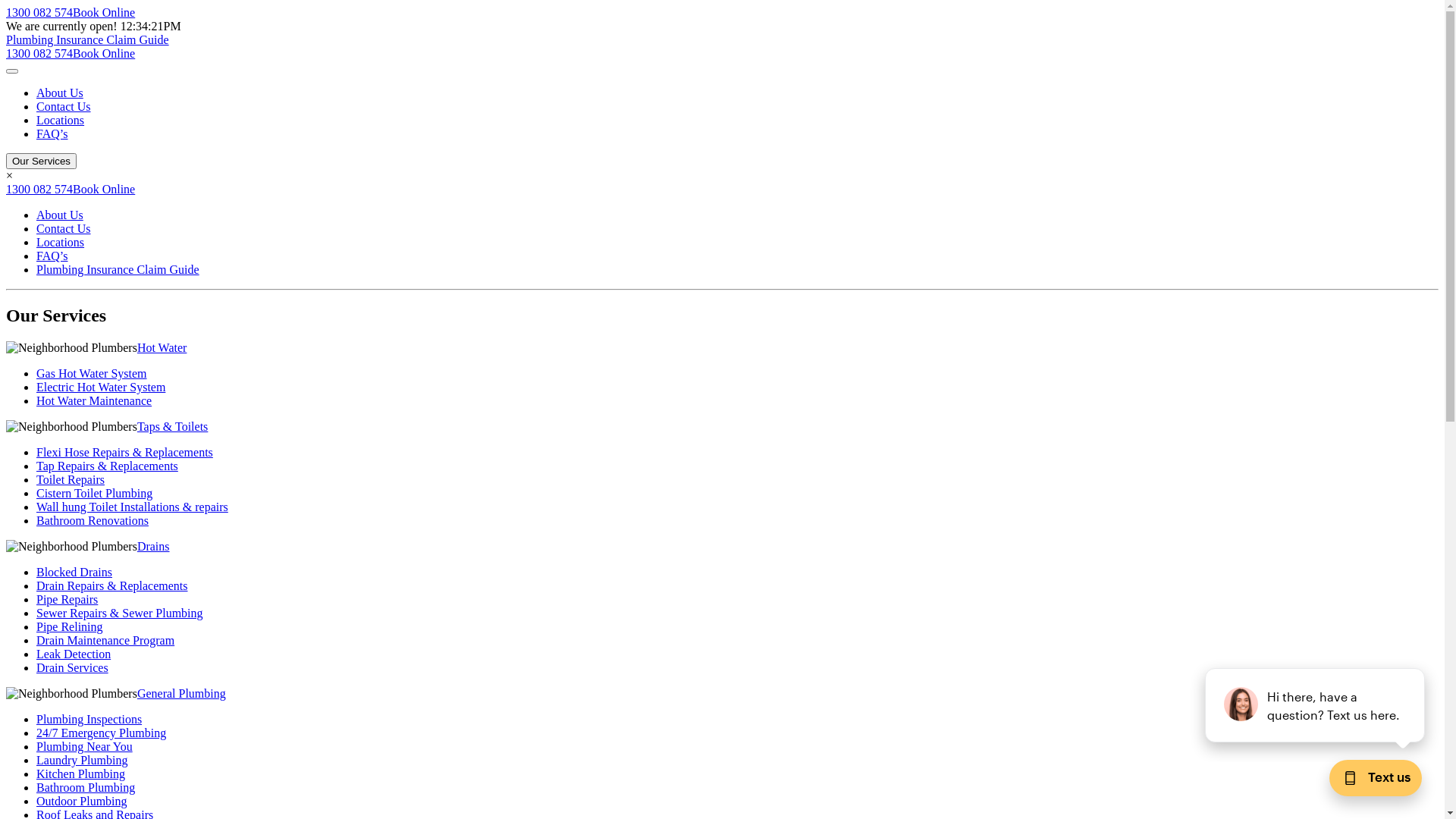  Describe the element at coordinates (36, 572) in the screenshot. I see `'Blocked Drains'` at that location.